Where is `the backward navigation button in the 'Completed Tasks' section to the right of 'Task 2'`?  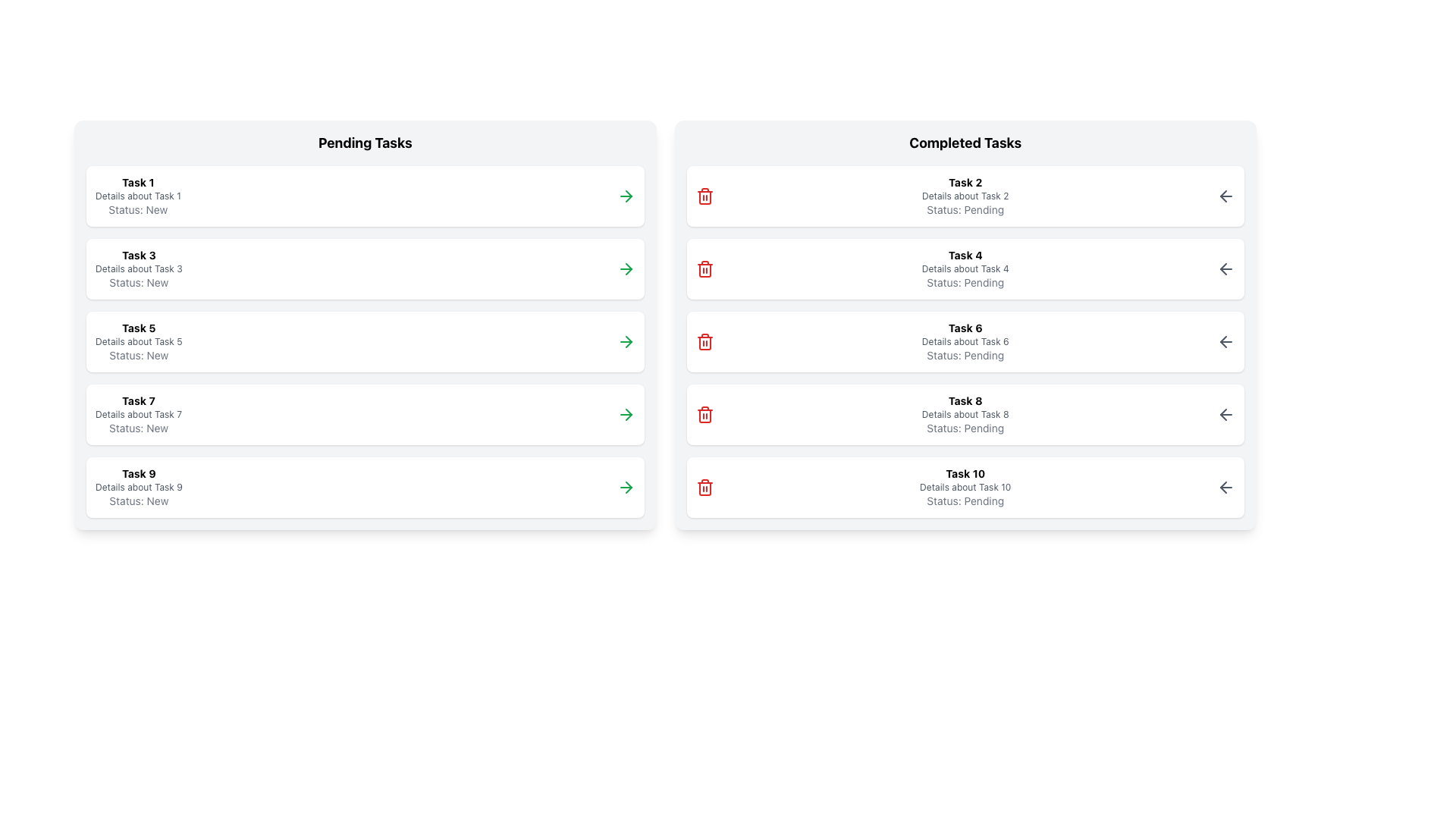
the backward navigation button in the 'Completed Tasks' section to the right of 'Task 2' is located at coordinates (1223, 195).